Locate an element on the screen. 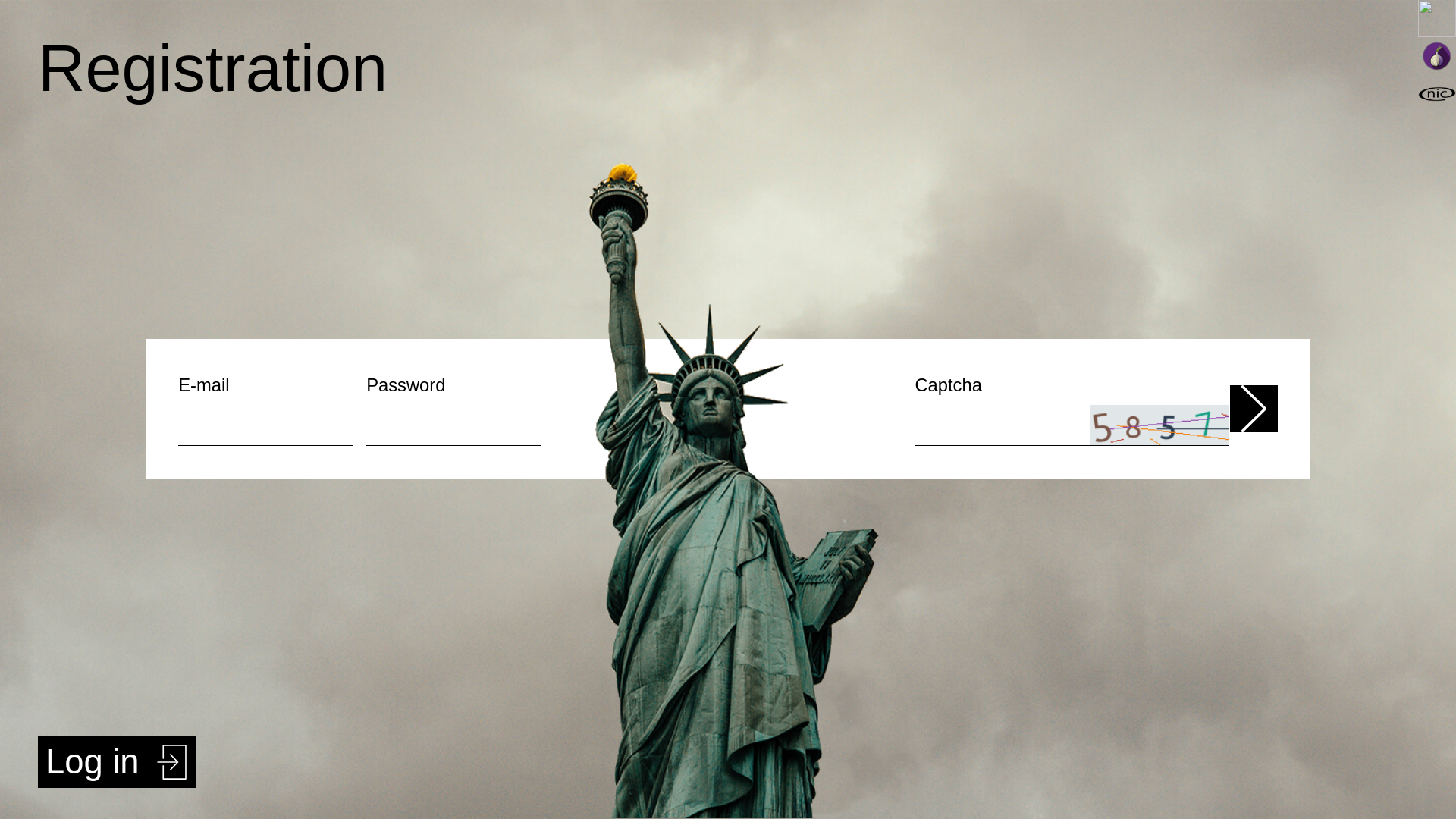 This screenshot has width=1456, height=819. 'Log in' is located at coordinates (116, 762).